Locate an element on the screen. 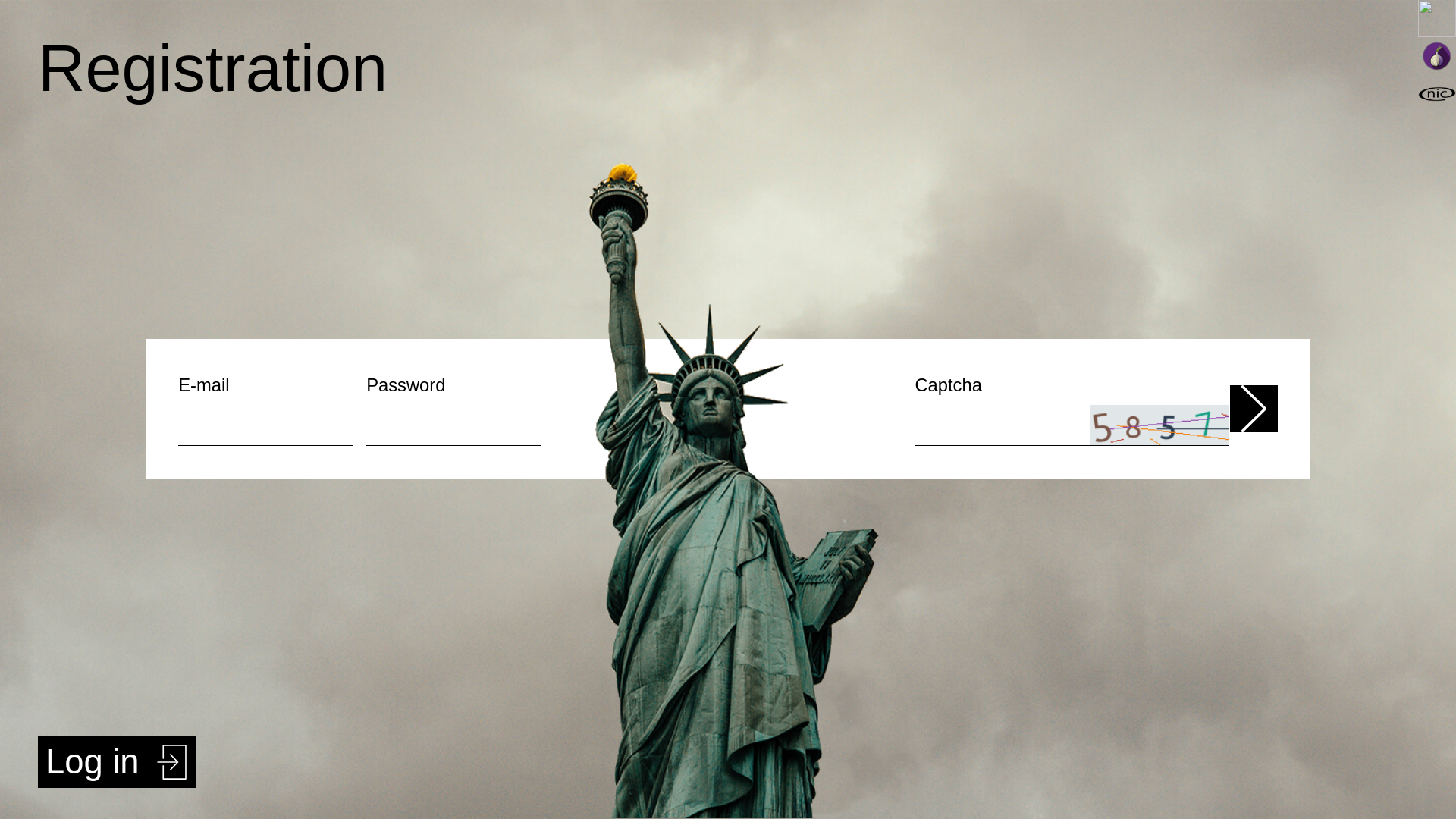 This screenshot has width=1456, height=819. 'Log in' is located at coordinates (116, 762).